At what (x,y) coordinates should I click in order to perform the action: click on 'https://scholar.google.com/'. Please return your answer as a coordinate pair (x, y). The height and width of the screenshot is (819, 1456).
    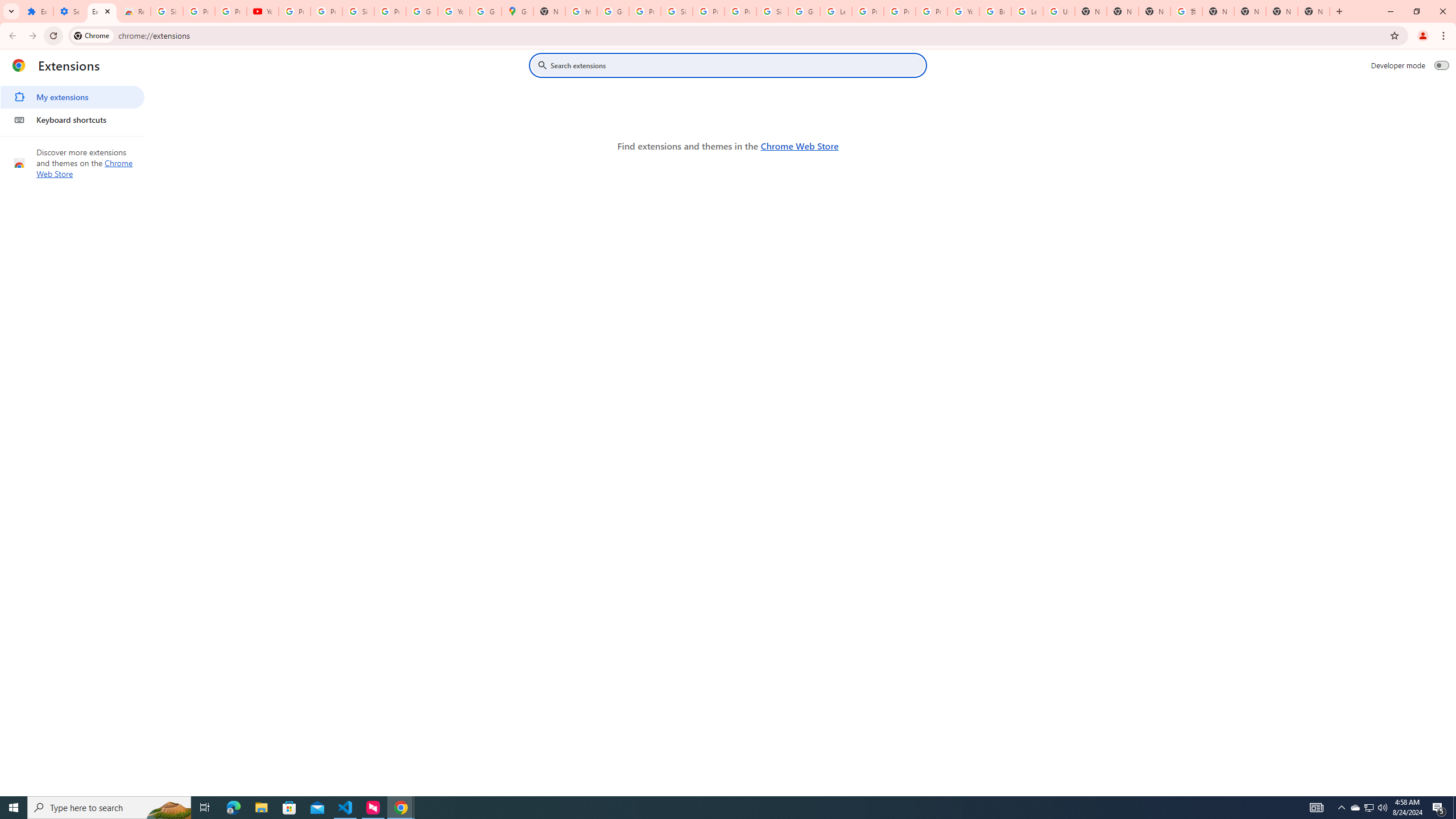
    Looking at the image, I should click on (581, 11).